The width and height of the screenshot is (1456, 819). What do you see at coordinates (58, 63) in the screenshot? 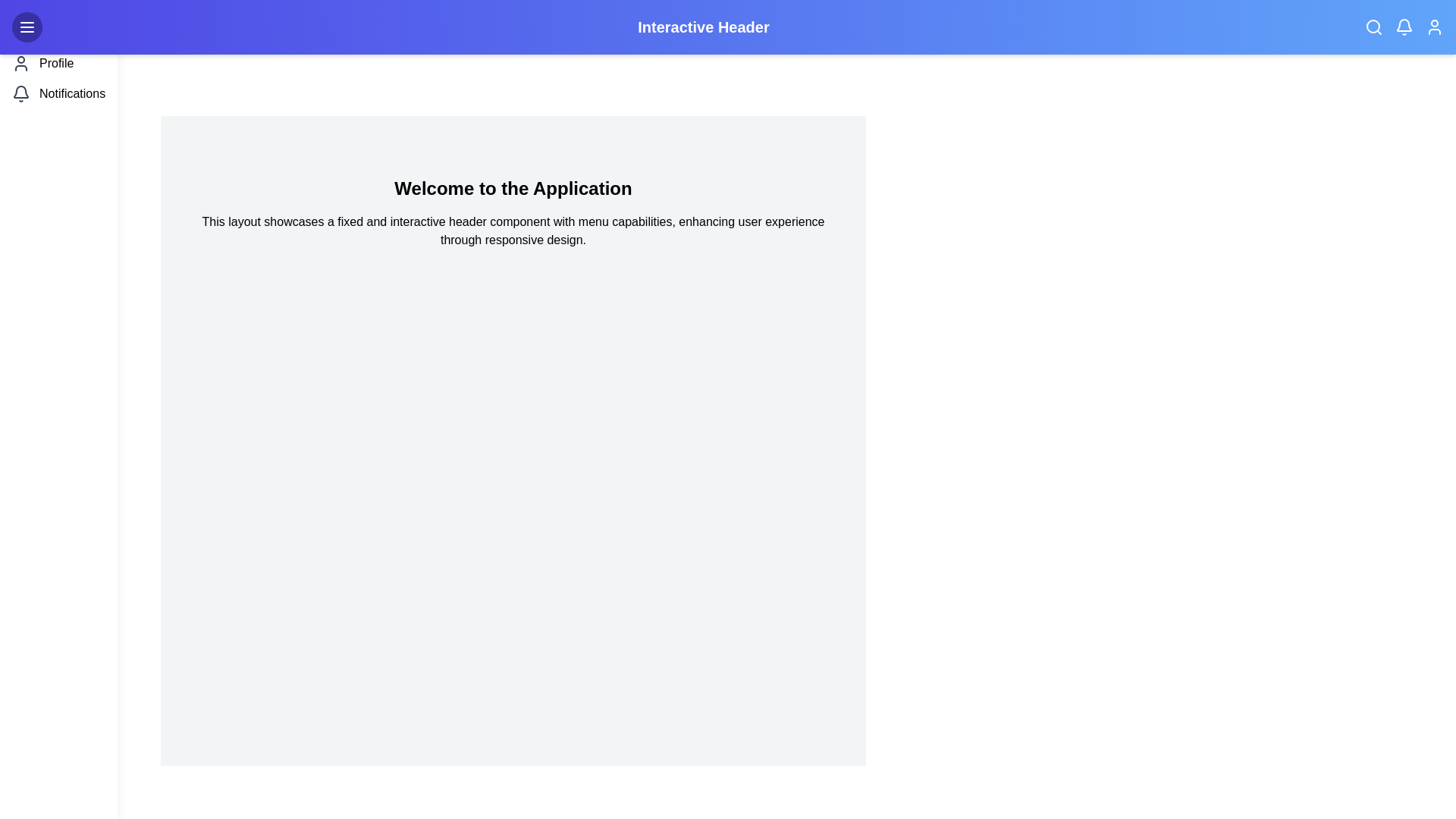
I see `the 'Profile' menu item` at bounding box center [58, 63].